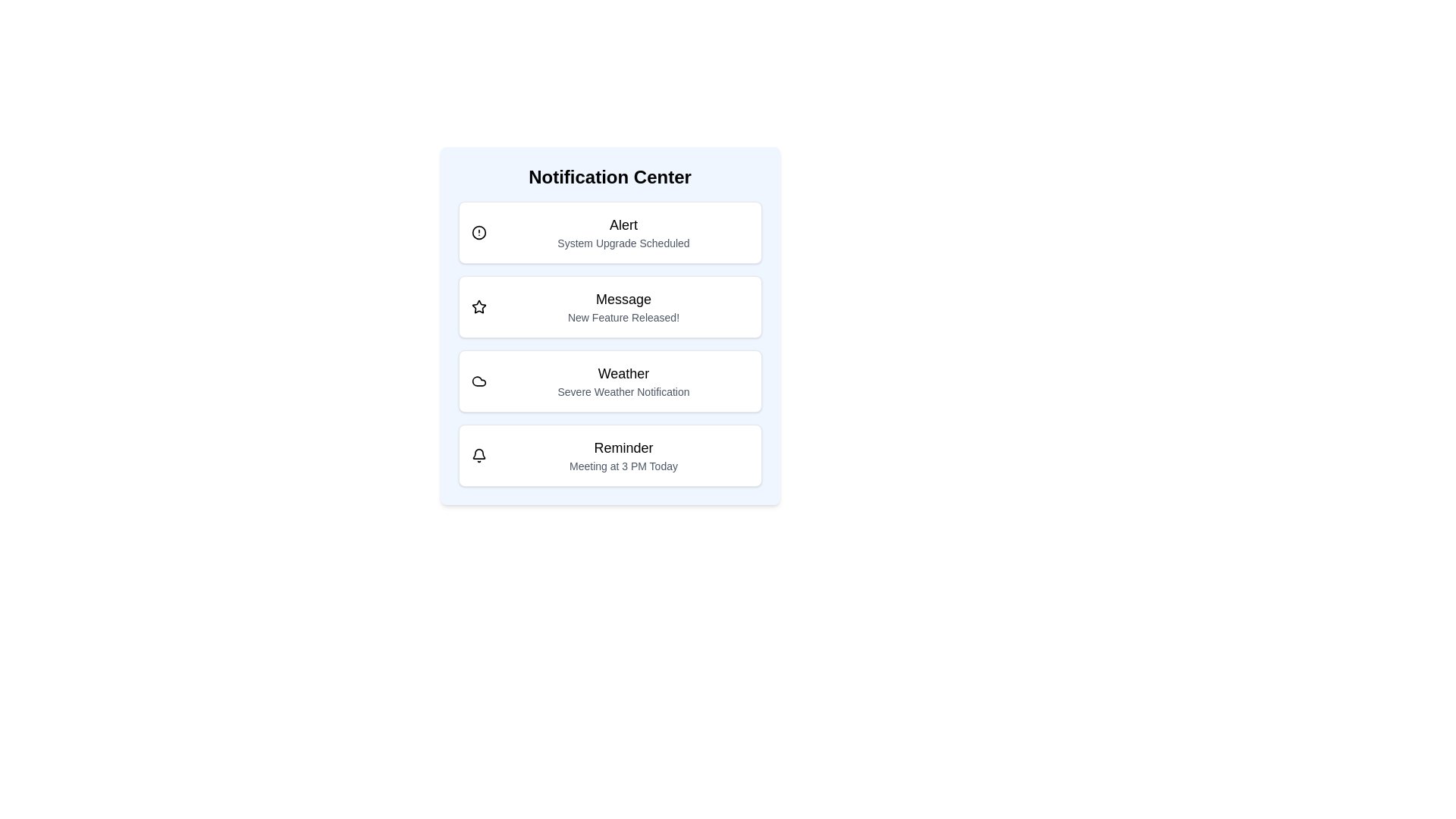 The width and height of the screenshot is (1456, 819). I want to click on the notification item labeled 'Weather', so click(610, 380).